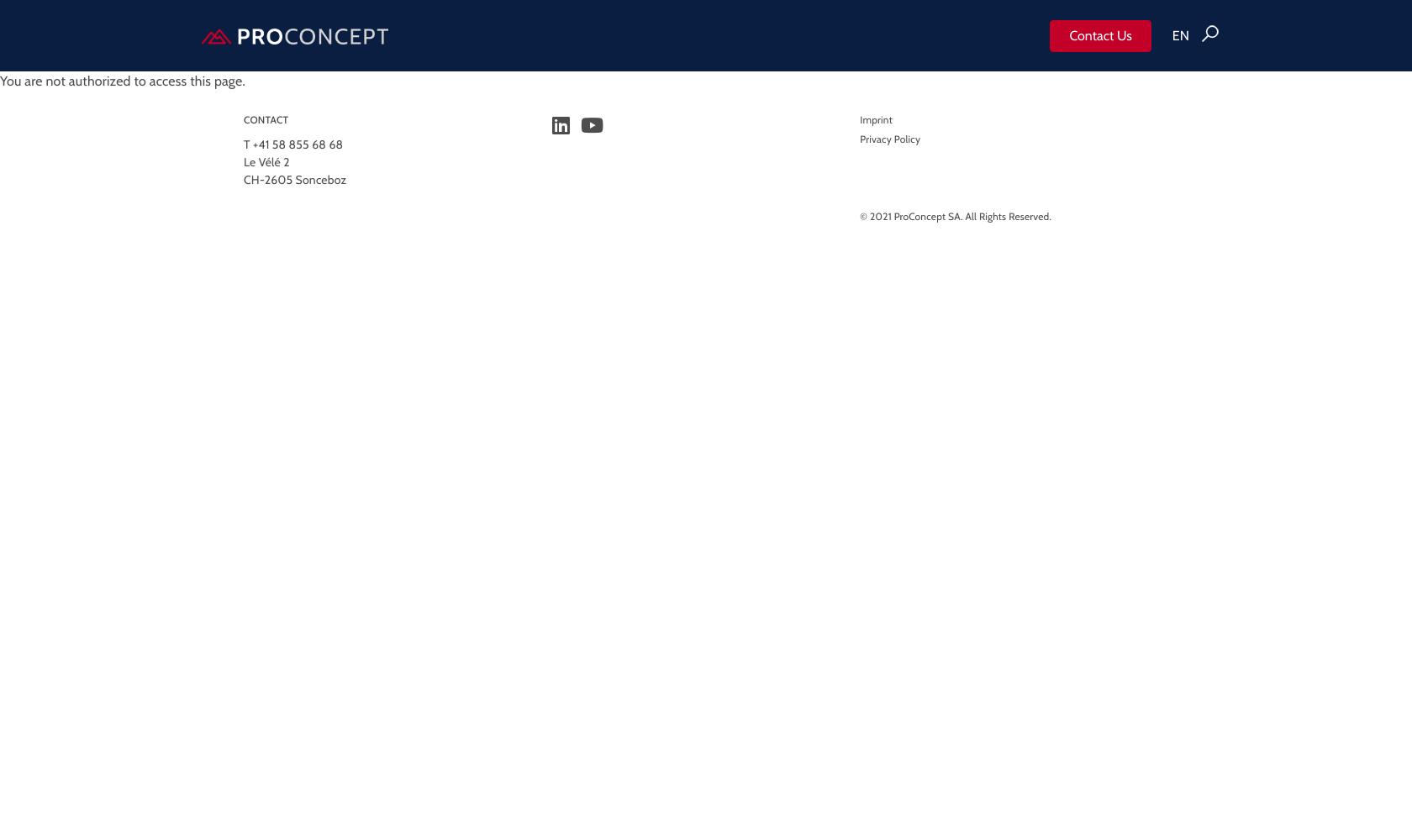 This screenshot has width=1412, height=840. Describe the element at coordinates (875, 119) in the screenshot. I see `'Imprint'` at that location.